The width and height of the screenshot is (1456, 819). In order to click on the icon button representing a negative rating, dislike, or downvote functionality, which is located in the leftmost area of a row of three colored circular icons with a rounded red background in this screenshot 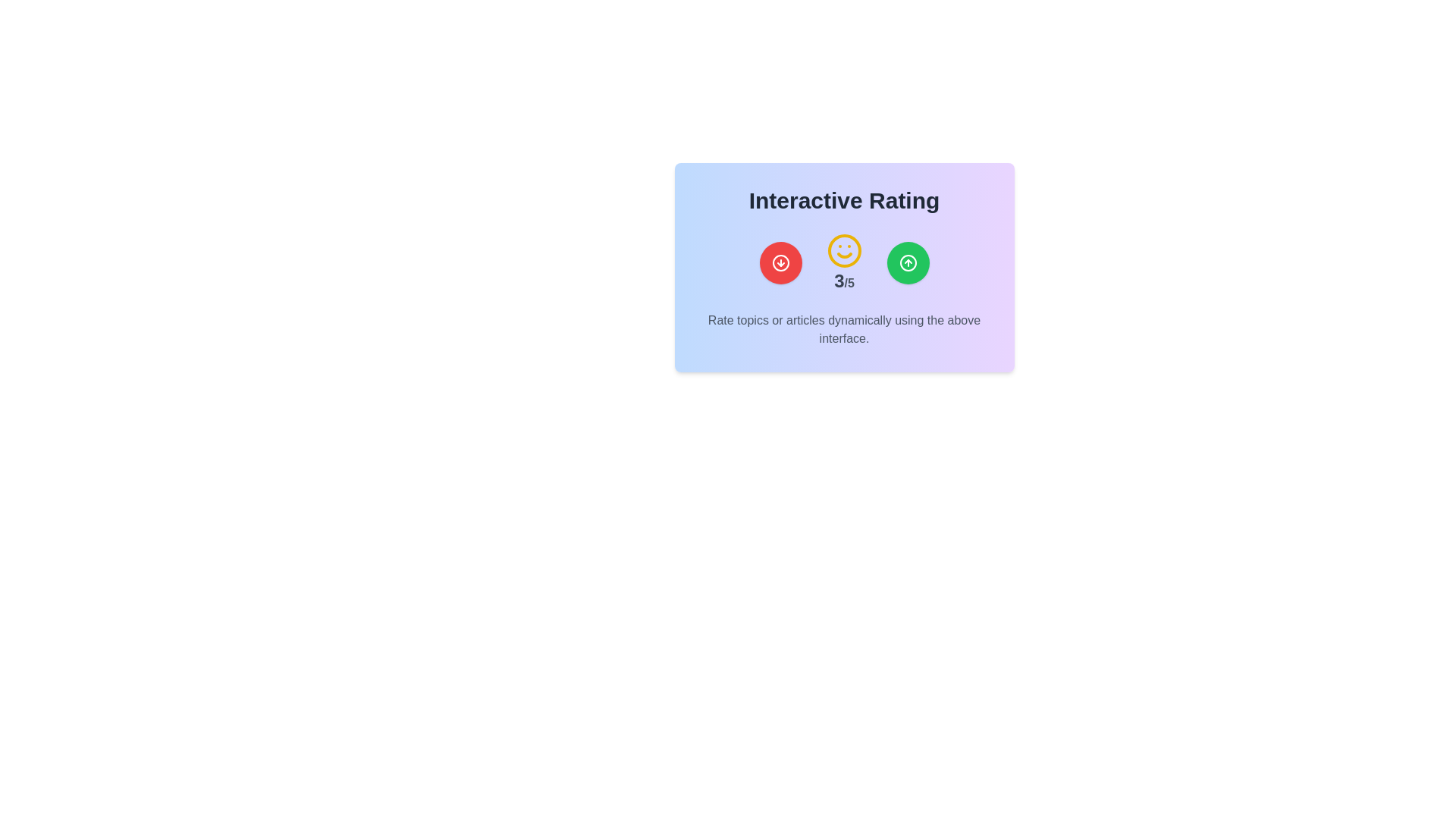, I will do `click(780, 262)`.